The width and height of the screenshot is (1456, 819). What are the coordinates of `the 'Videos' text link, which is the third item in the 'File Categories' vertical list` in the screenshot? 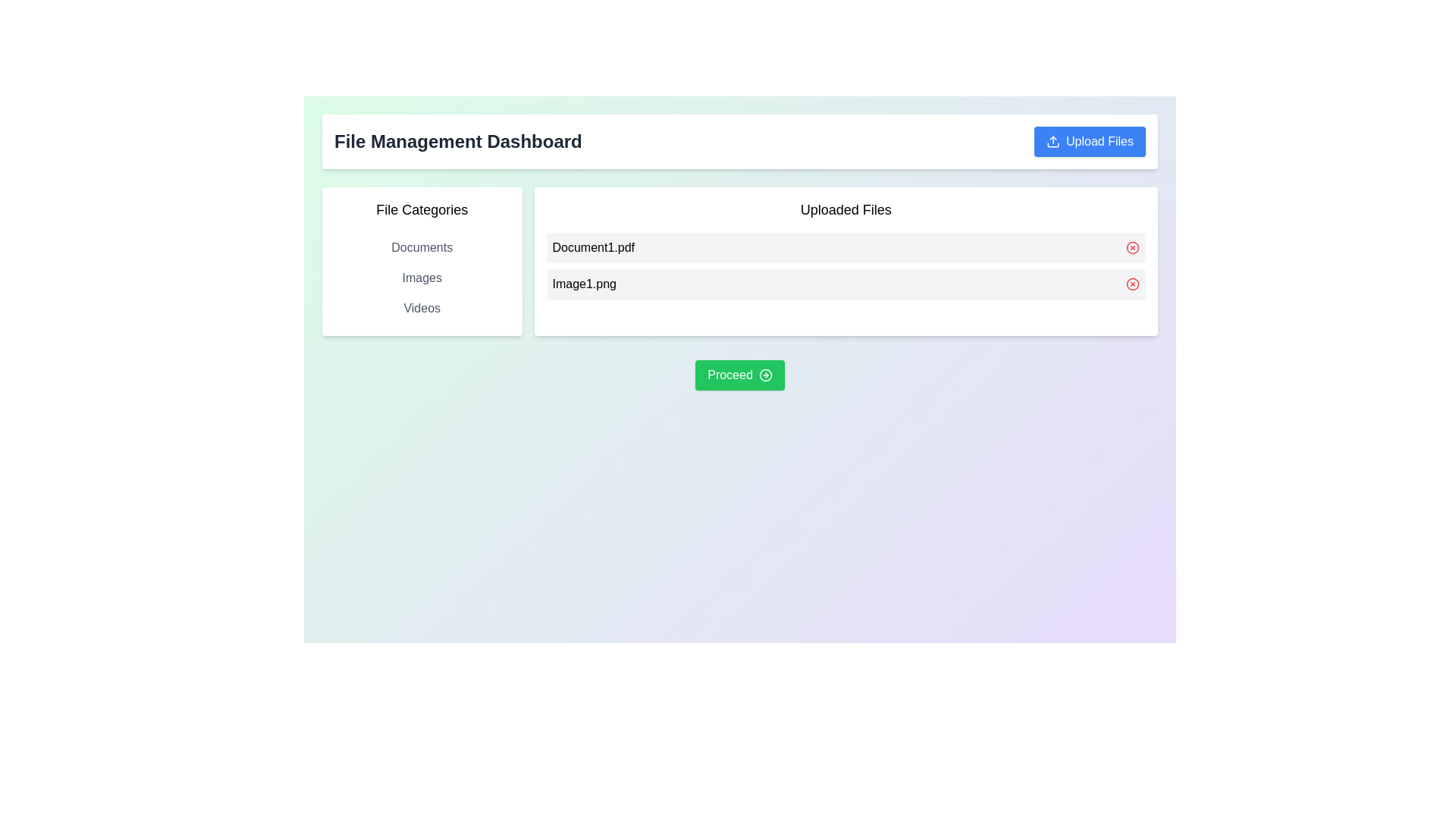 It's located at (422, 308).